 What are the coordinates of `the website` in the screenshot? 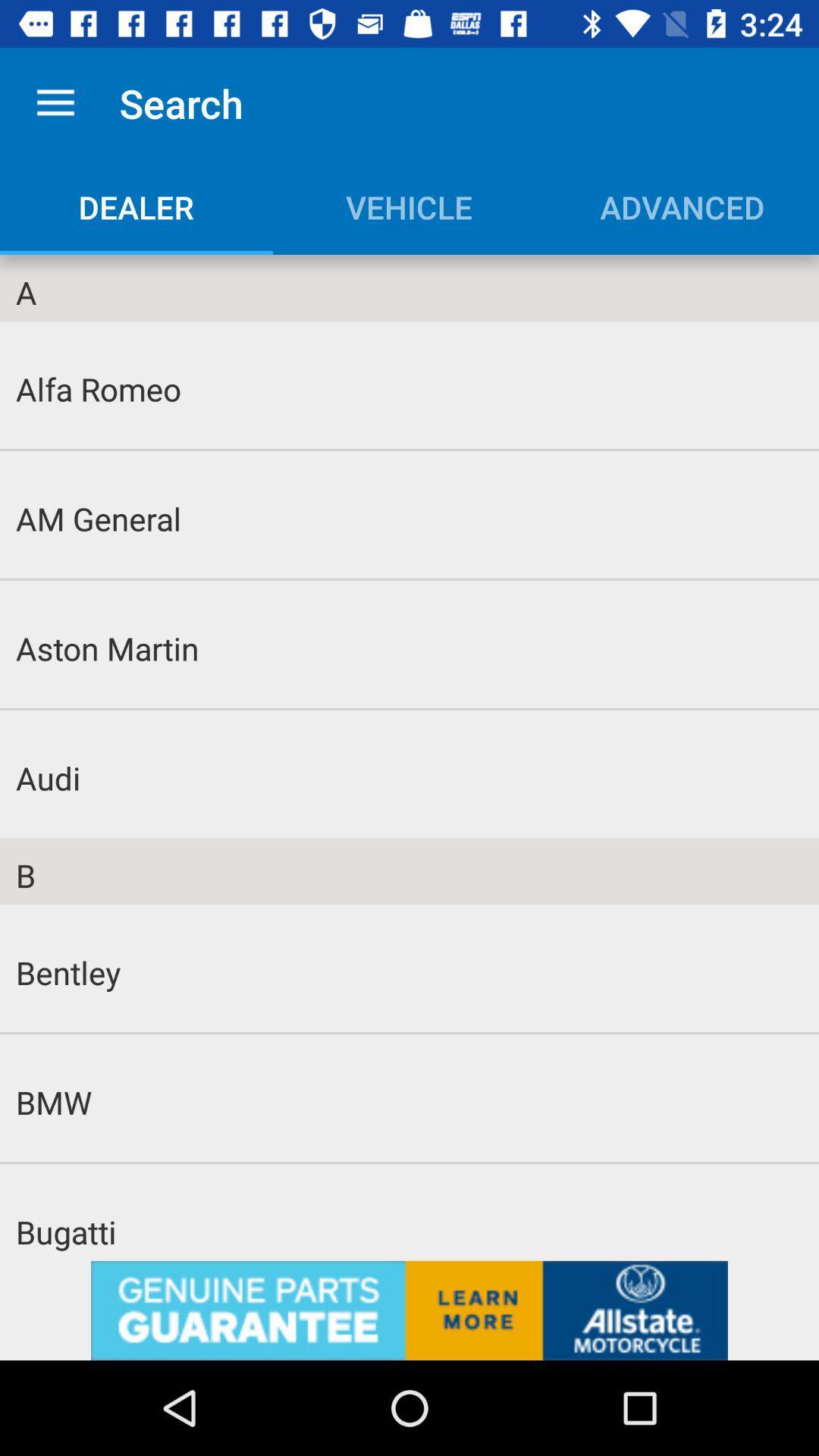 It's located at (409, 1310).